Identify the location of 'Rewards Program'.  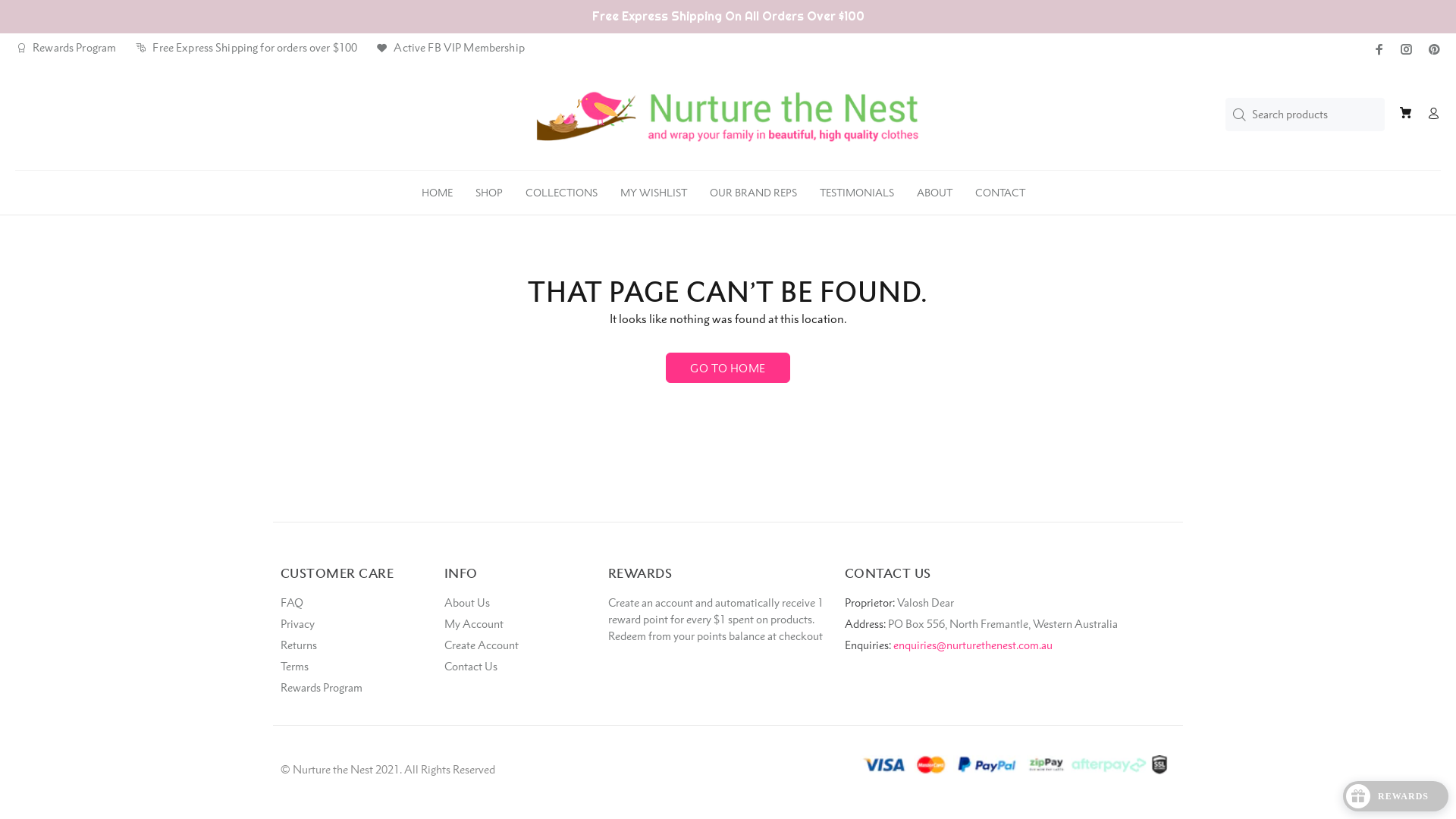
(64, 46).